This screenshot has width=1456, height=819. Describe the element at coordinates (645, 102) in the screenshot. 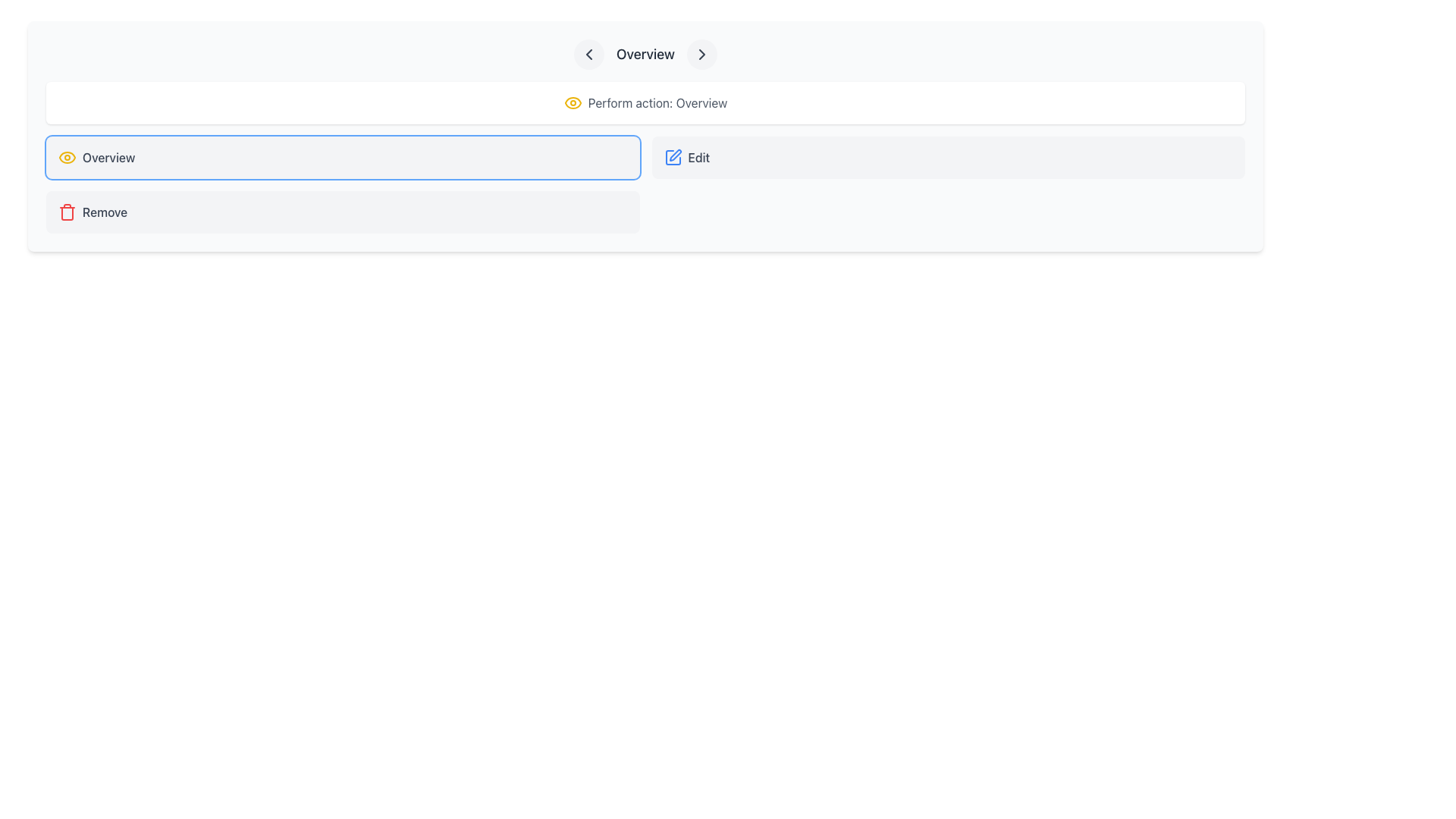

I see `the Informational Text with Icon that reads 'Perform action: Overview', which is accompanied by a yellow eye icon and styled in gray, located below the main title 'Overview'` at that location.